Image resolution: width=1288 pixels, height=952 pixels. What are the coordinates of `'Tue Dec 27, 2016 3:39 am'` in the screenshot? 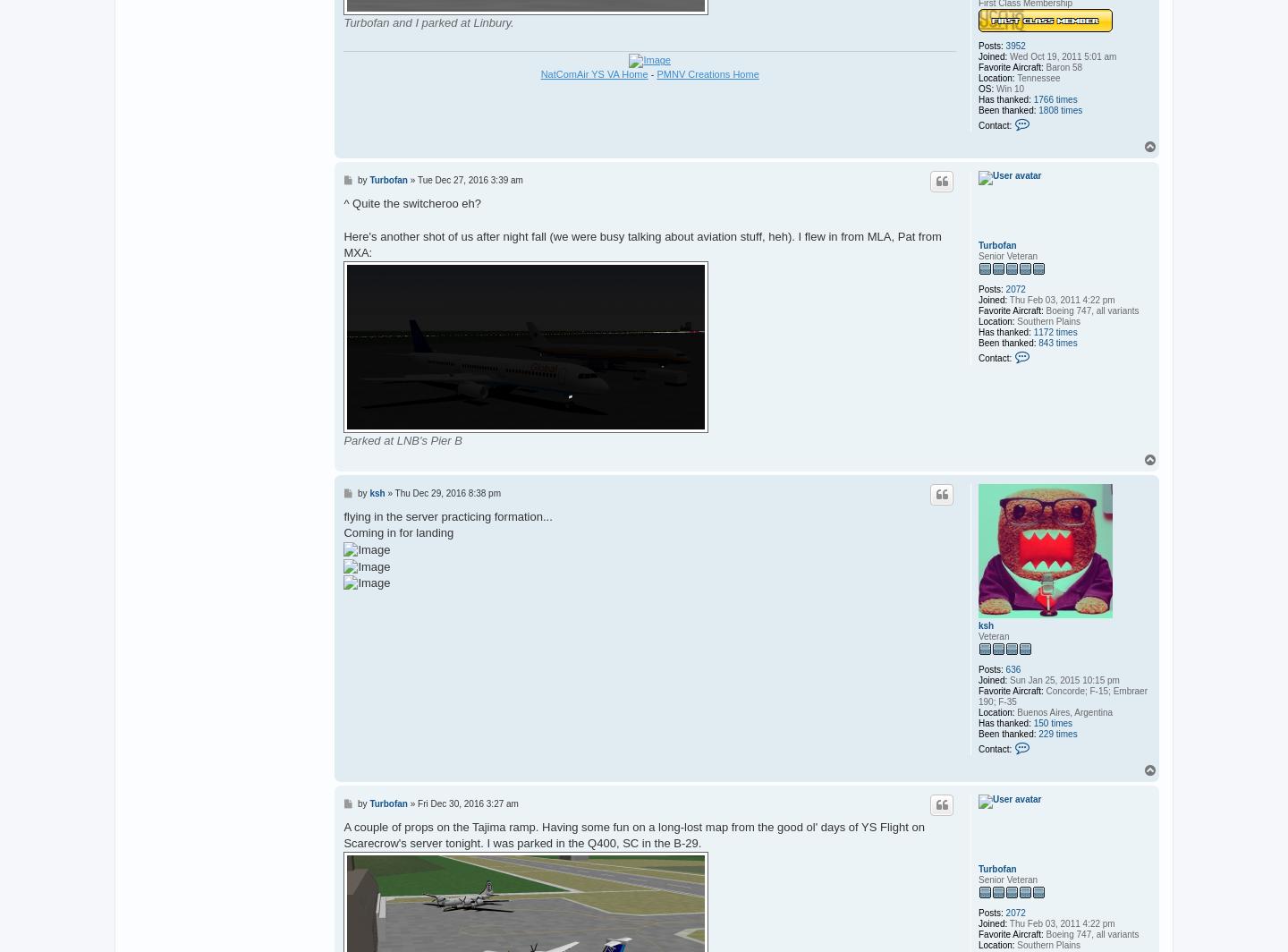 It's located at (469, 180).